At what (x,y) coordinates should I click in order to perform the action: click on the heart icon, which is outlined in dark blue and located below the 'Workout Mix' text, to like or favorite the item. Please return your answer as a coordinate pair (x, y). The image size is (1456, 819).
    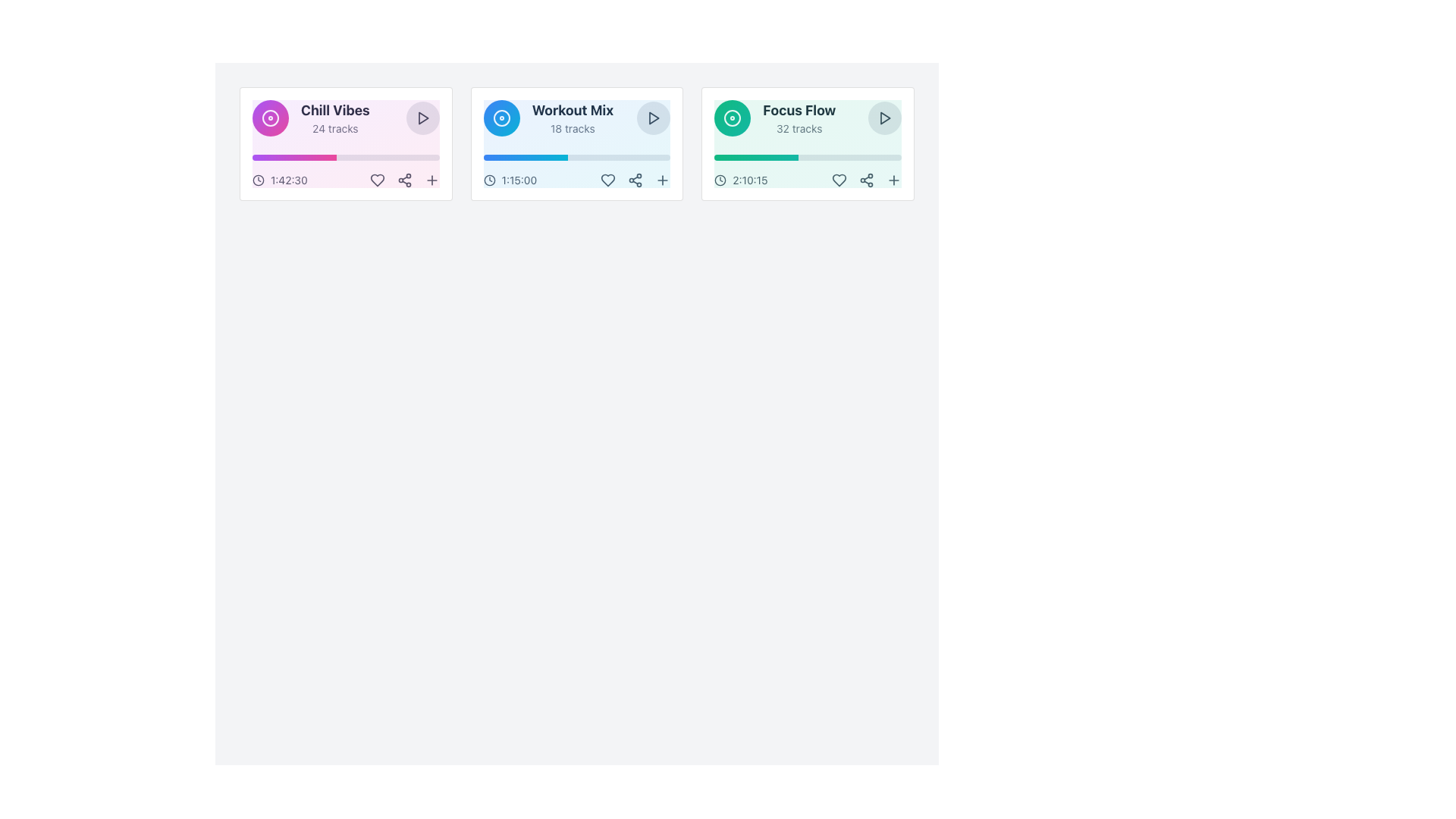
    Looking at the image, I should click on (608, 180).